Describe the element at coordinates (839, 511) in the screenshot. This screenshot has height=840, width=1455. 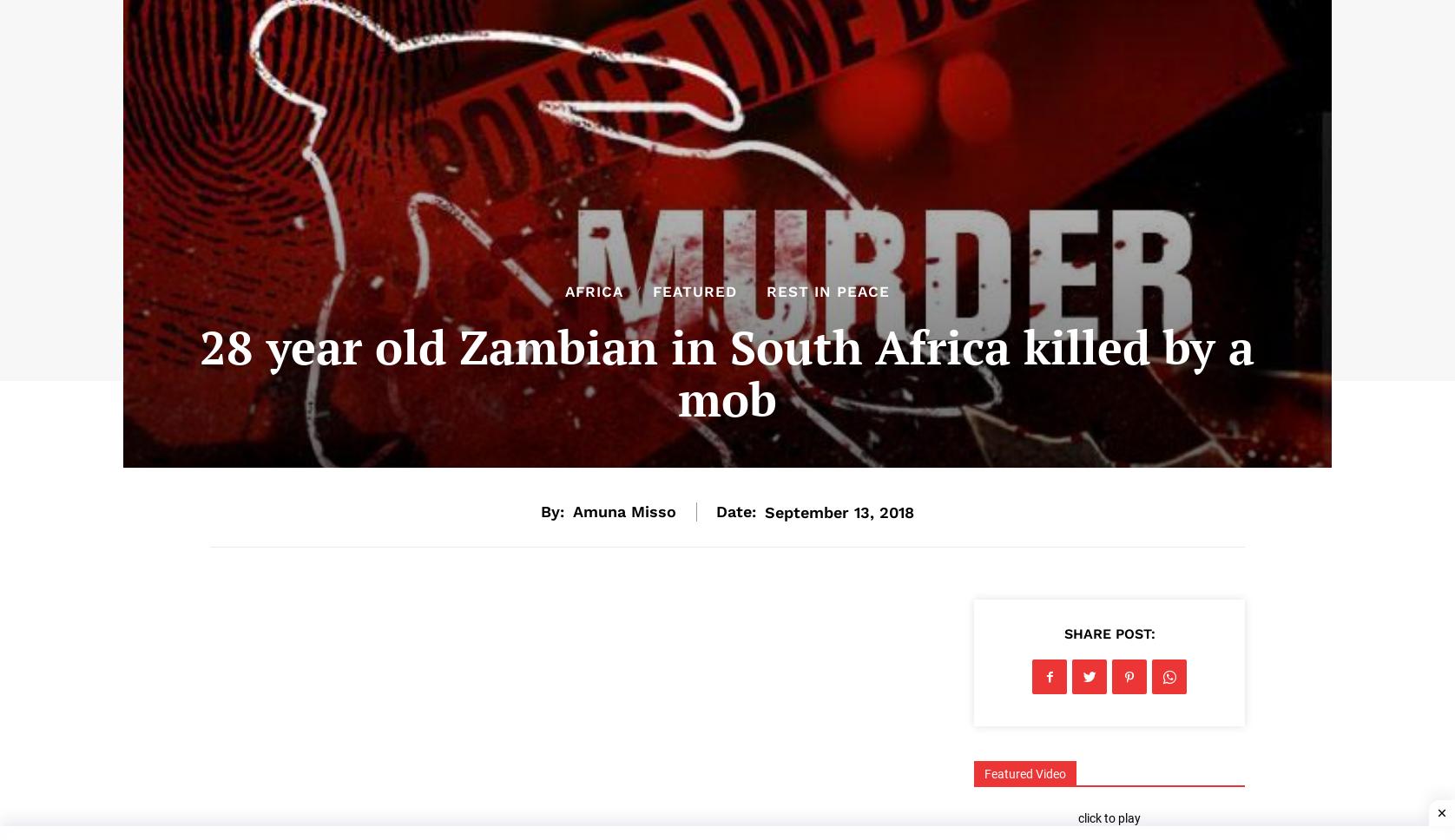
I see `'September 13, 2018'` at that location.